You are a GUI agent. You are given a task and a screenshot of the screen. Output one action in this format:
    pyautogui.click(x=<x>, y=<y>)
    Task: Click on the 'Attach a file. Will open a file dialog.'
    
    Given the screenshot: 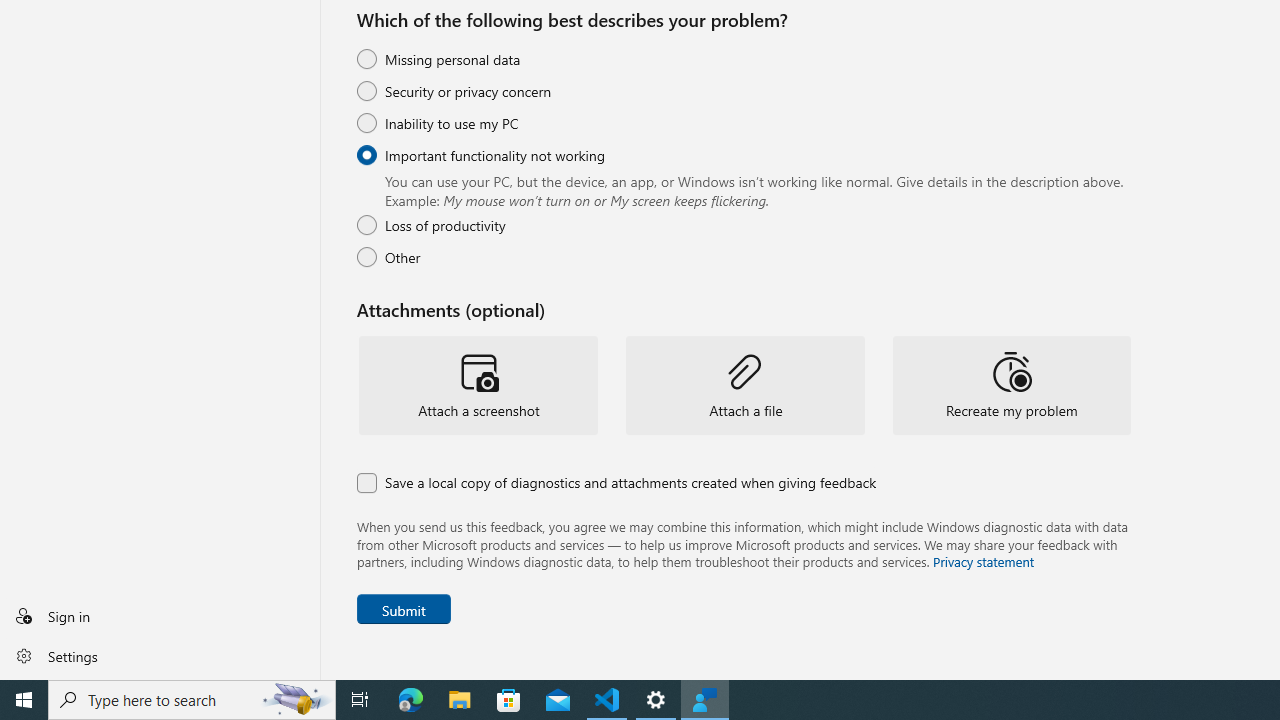 What is the action you would take?
    pyautogui.click(x=744, y=385)
    